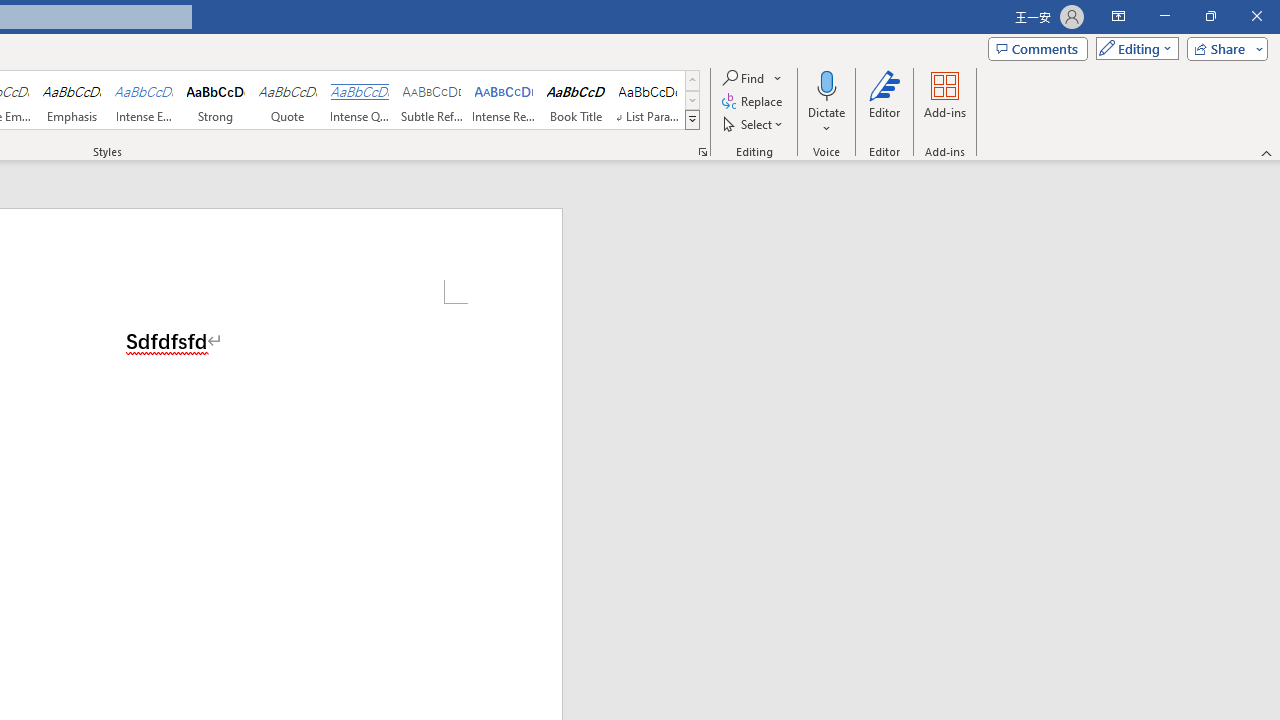  What do you see at coordinates (752, 77) in the screenshot?
I see `'Find'` at bounding box center [752, 77].